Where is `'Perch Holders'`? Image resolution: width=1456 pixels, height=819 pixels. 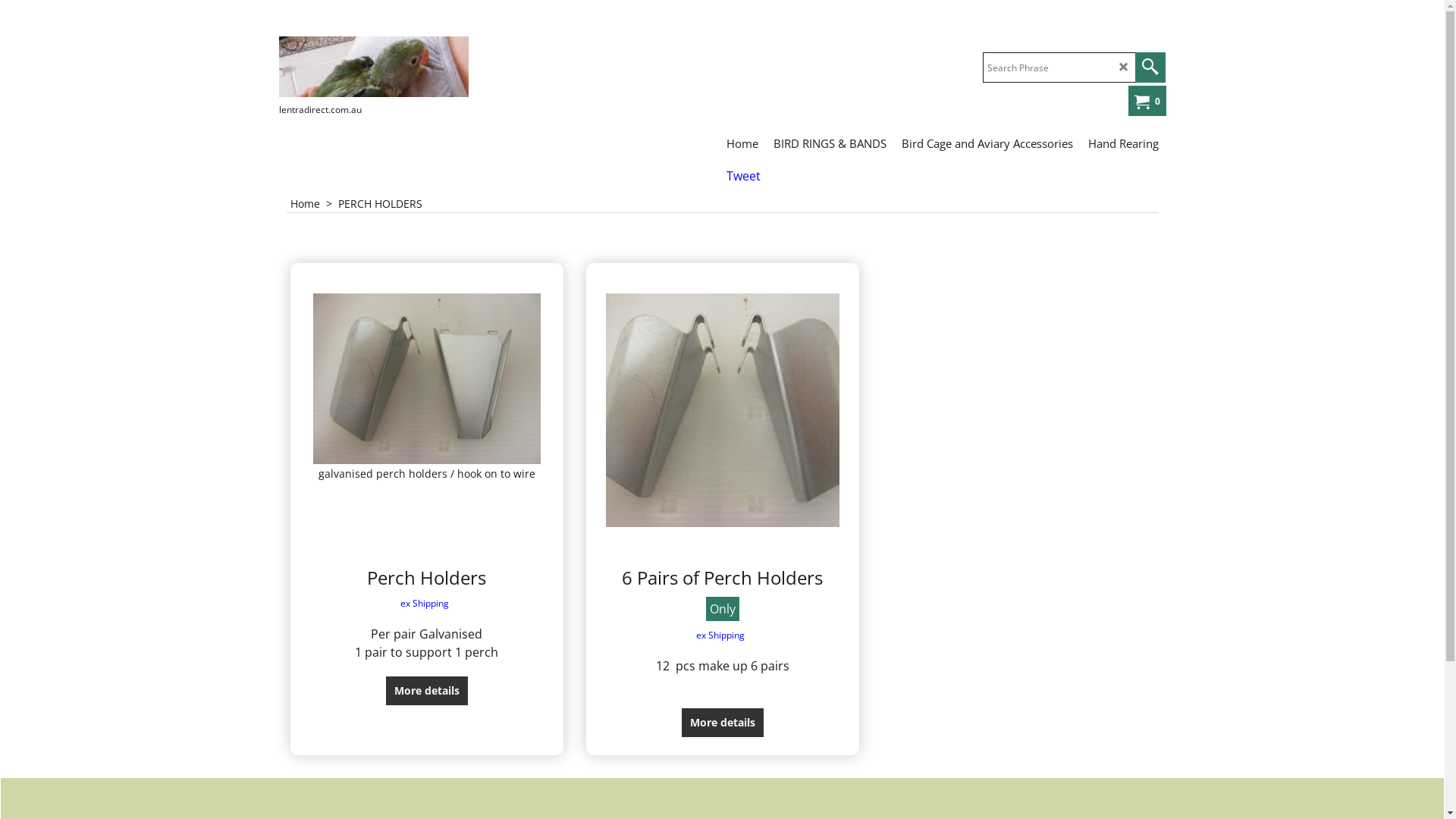
'Perch Holders' is located at coordinates (425, 577).